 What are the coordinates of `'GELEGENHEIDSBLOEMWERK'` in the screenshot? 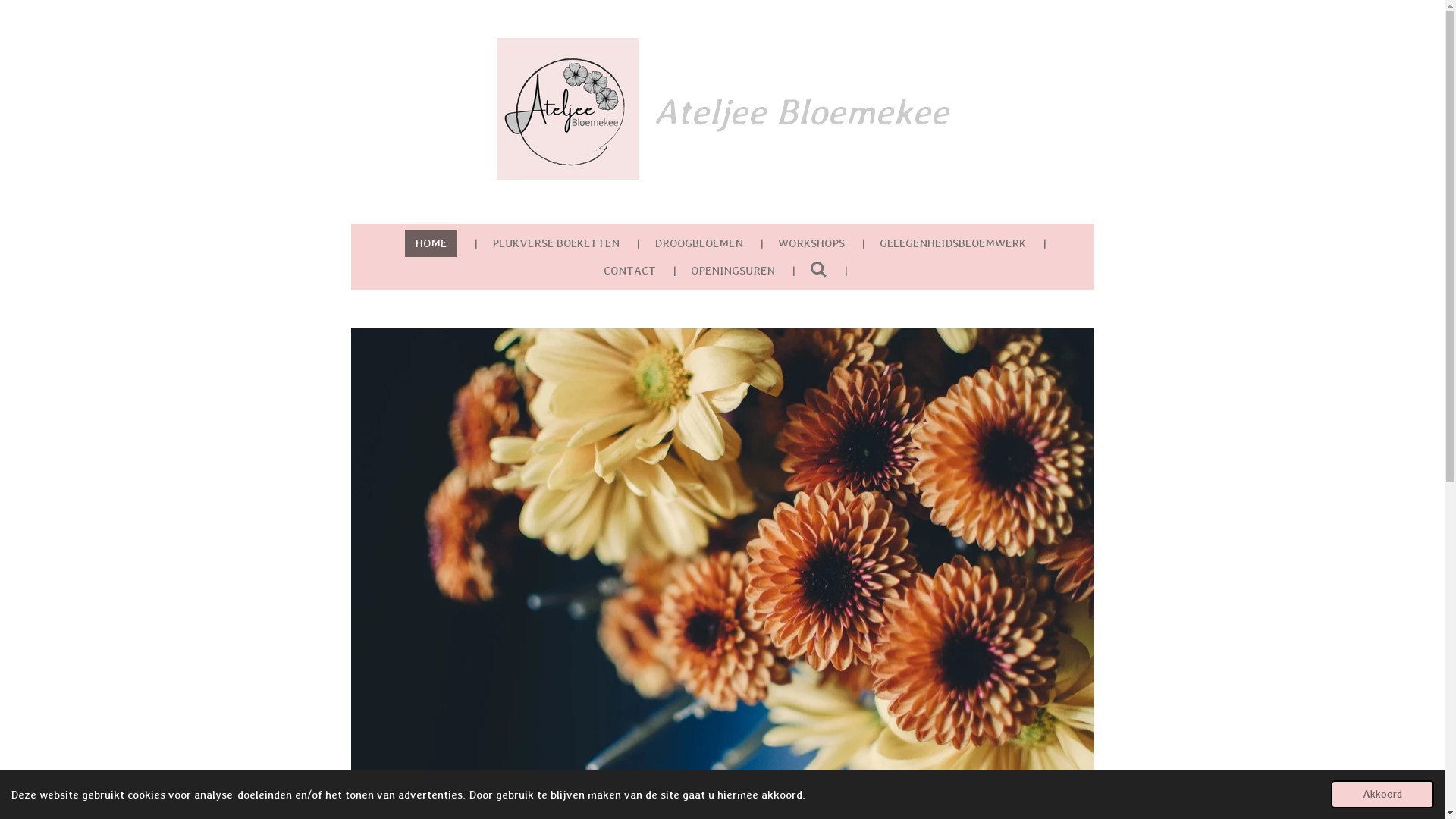 It's located at (869, 242).